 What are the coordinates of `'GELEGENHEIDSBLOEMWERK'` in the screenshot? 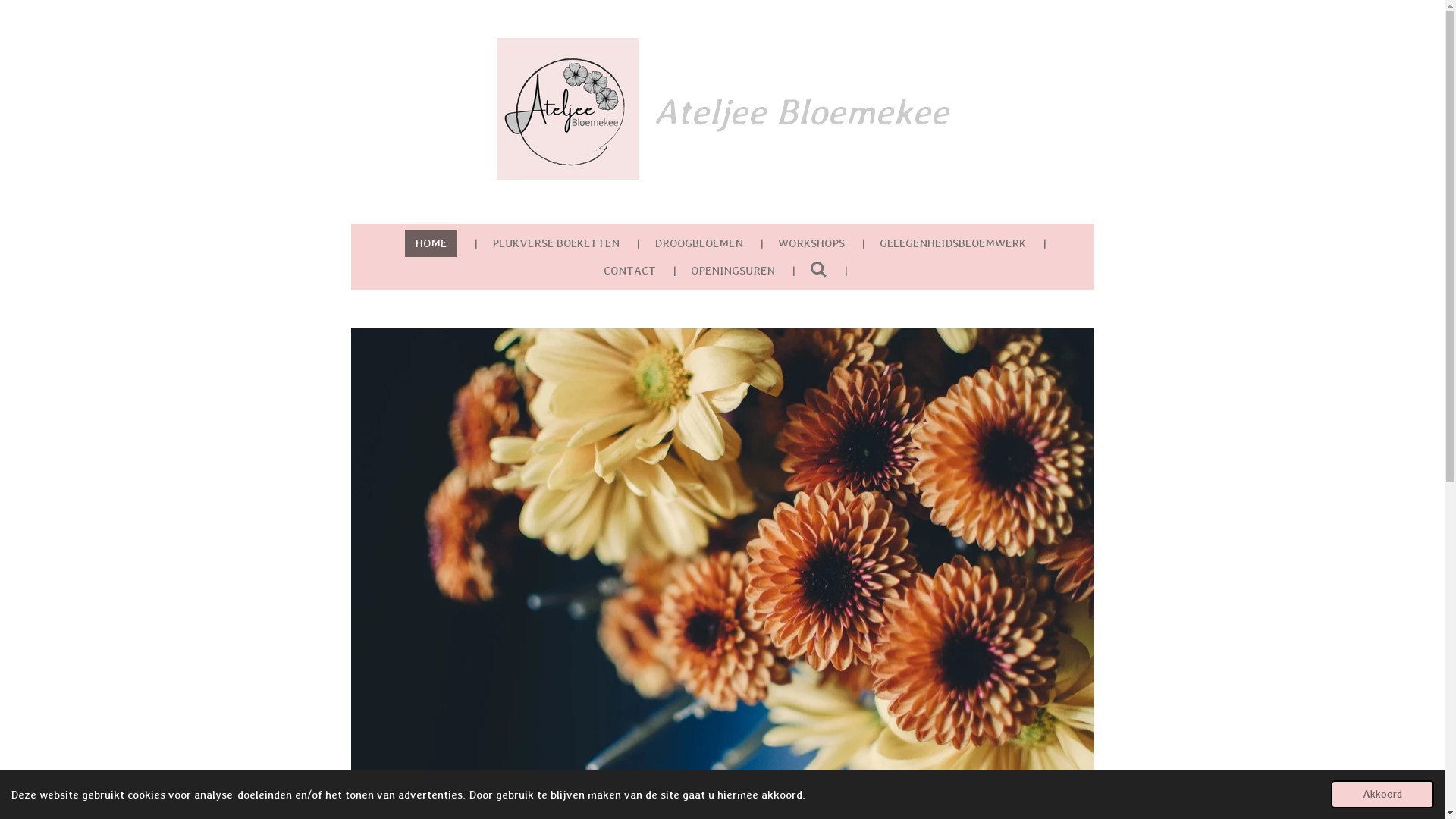 It's located at (869, 242).